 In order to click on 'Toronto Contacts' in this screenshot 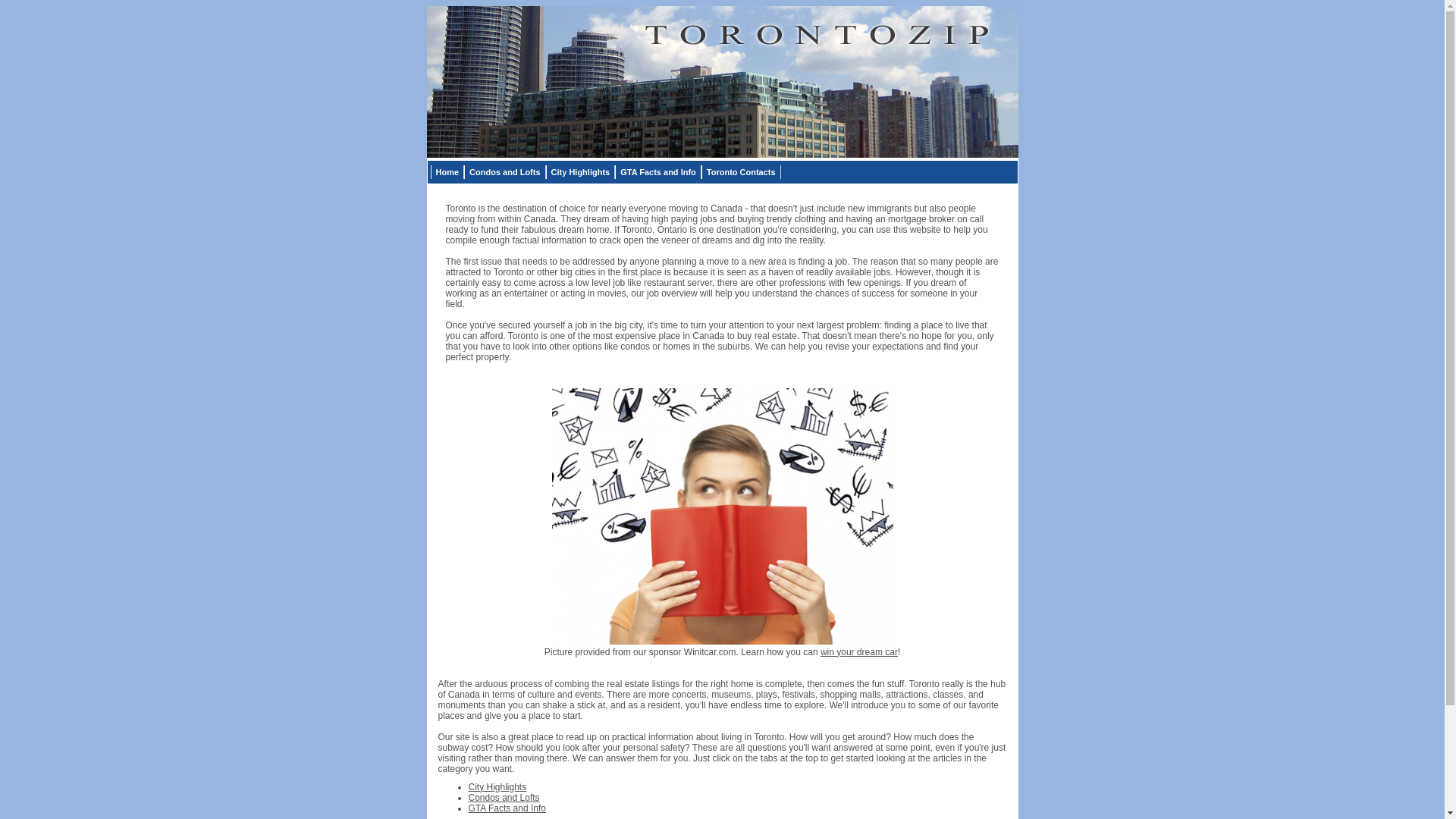, I will do `click(701, 171)`.